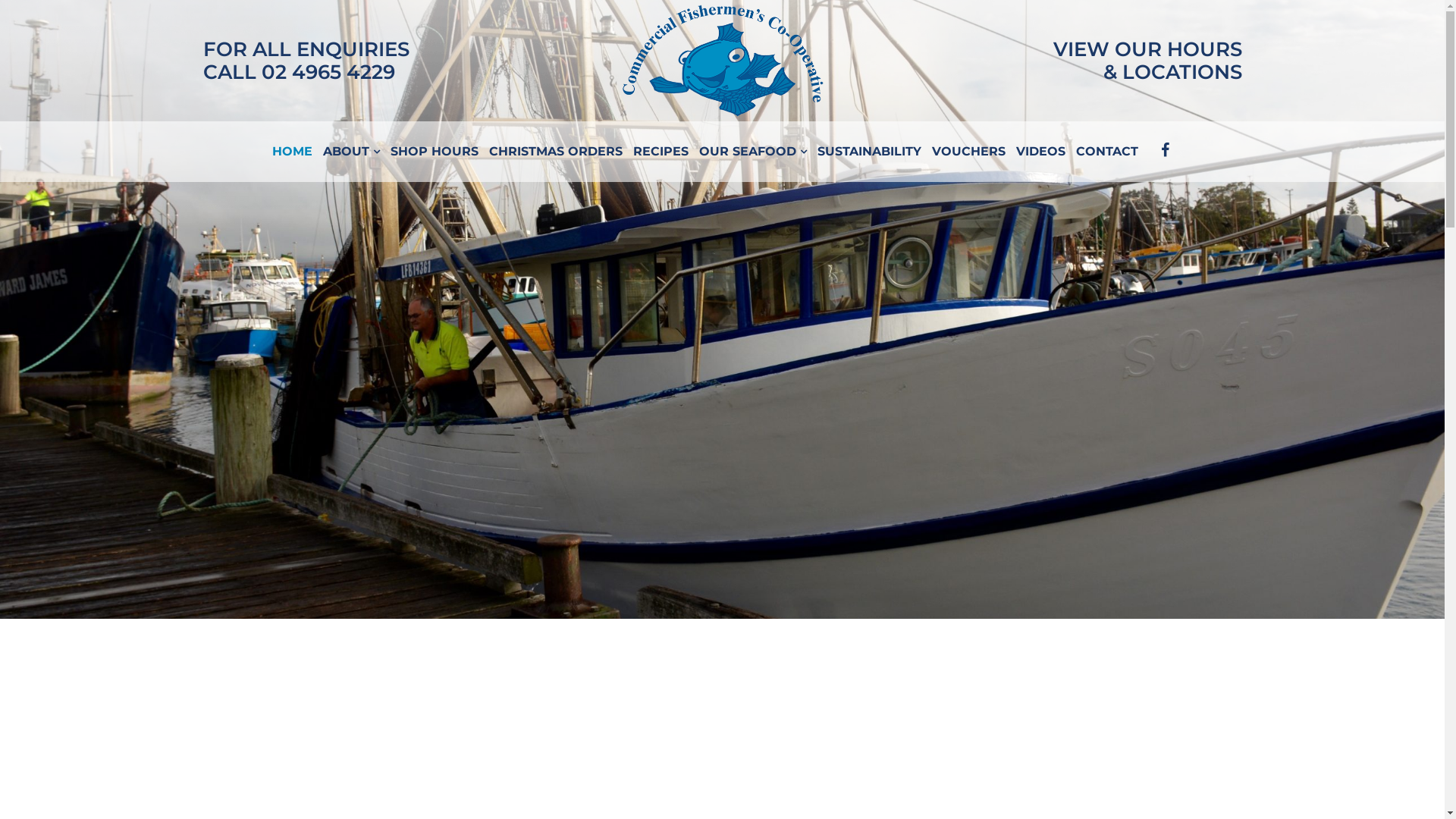  Describe the element at coordinates (968, 152) in the screenshot. I see `'VOUCHERS'` at that location.